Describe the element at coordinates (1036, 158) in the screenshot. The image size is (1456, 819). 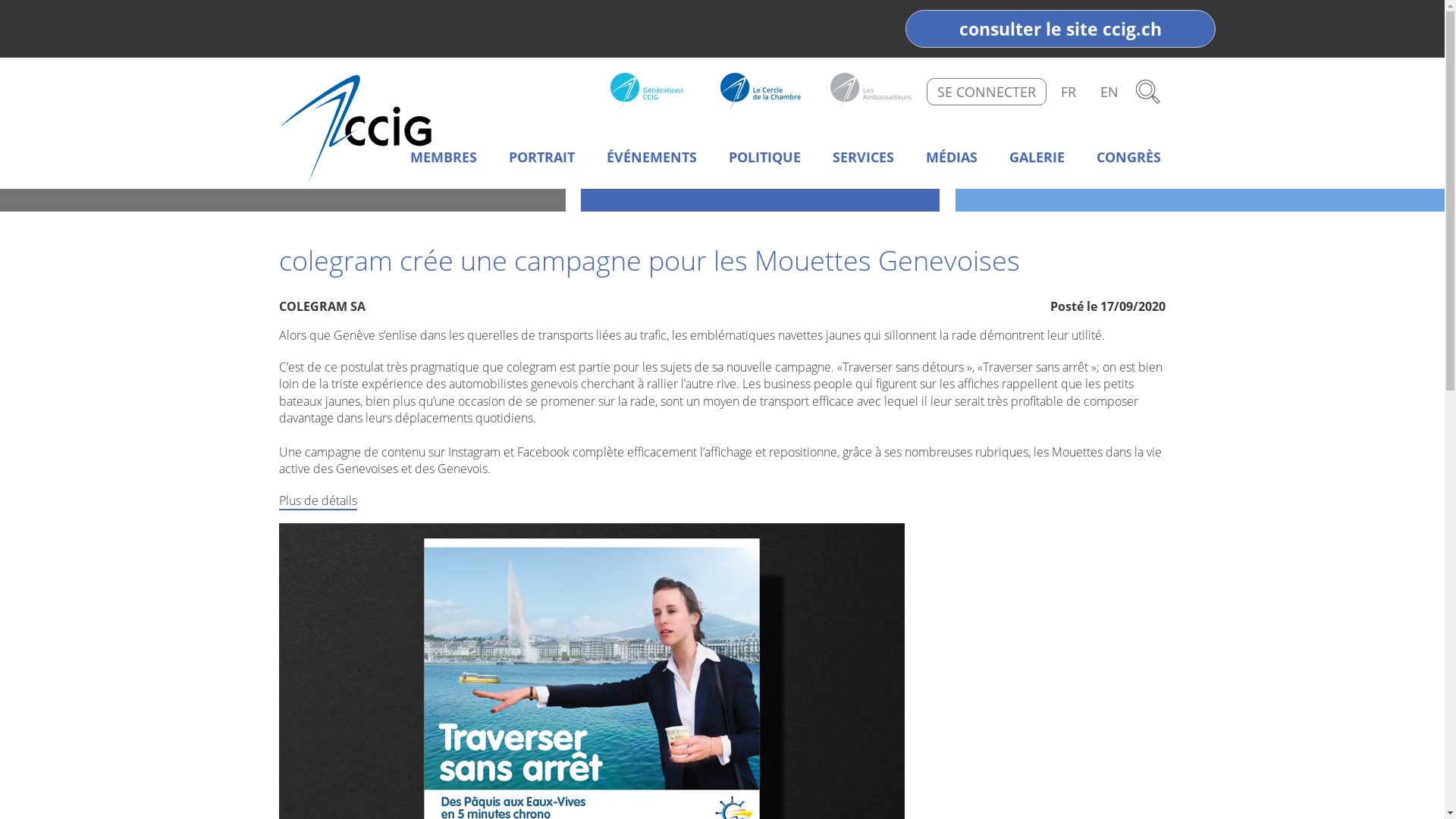
I see `'GALERIE'` at that location.